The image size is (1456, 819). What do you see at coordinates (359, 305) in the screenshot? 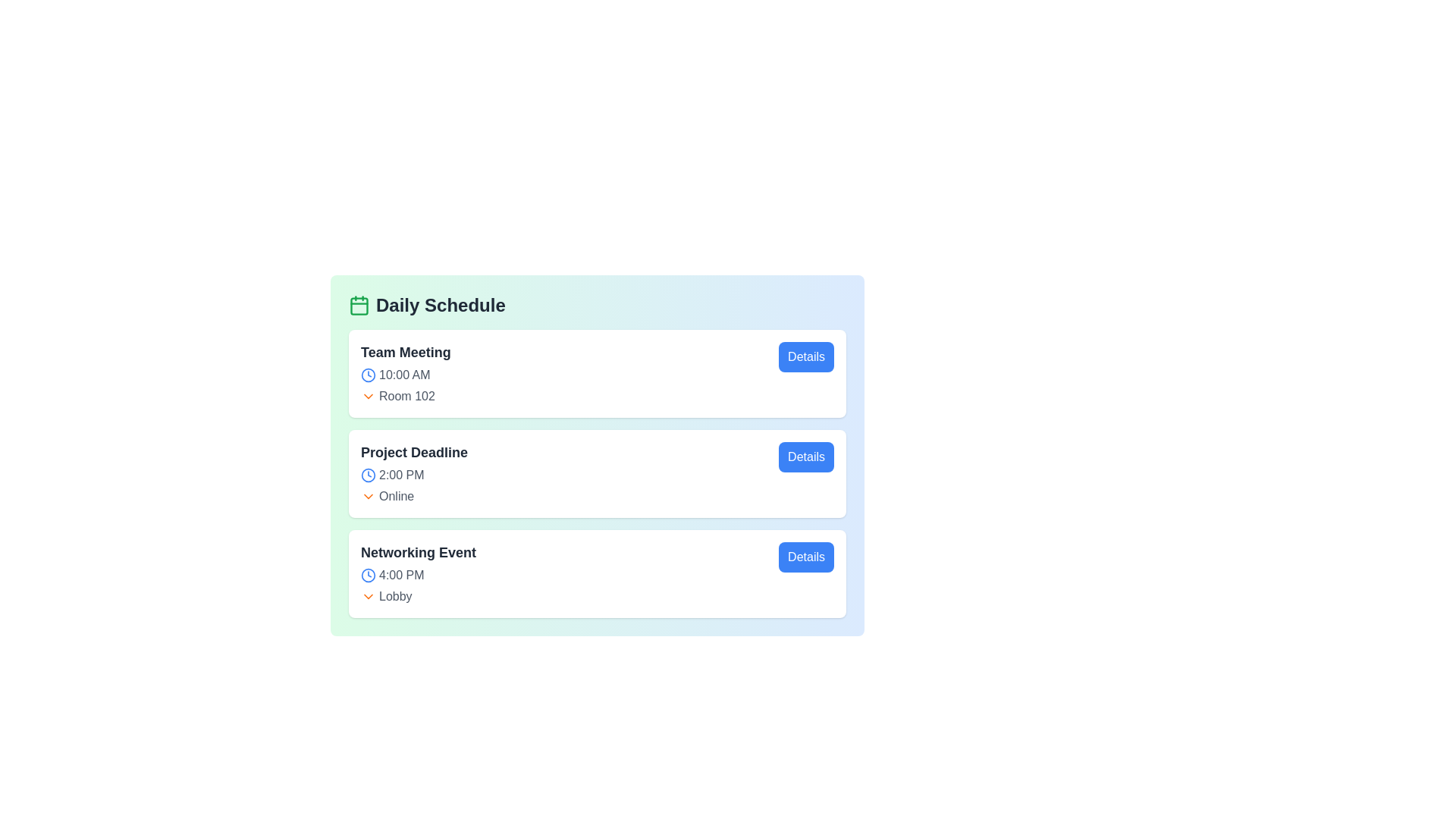
I see `the green calendar icon located to the left of the 'Daily Schedule' text label, which has a rectangular shape with rounded corners and features a minimal design` at bounding box center [359, 305].